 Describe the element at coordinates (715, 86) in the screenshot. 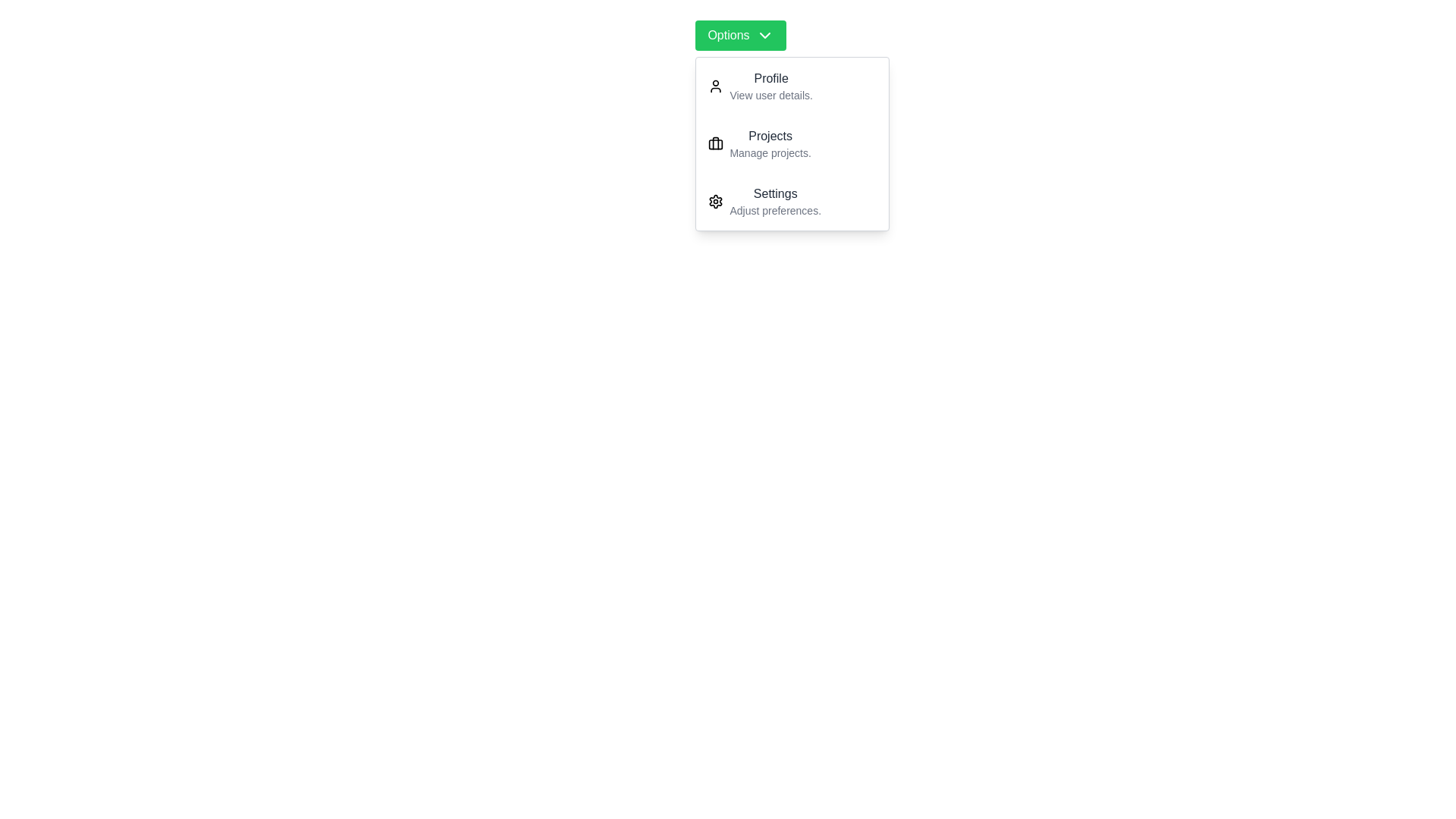

I see `the icon for Profile` at that location.